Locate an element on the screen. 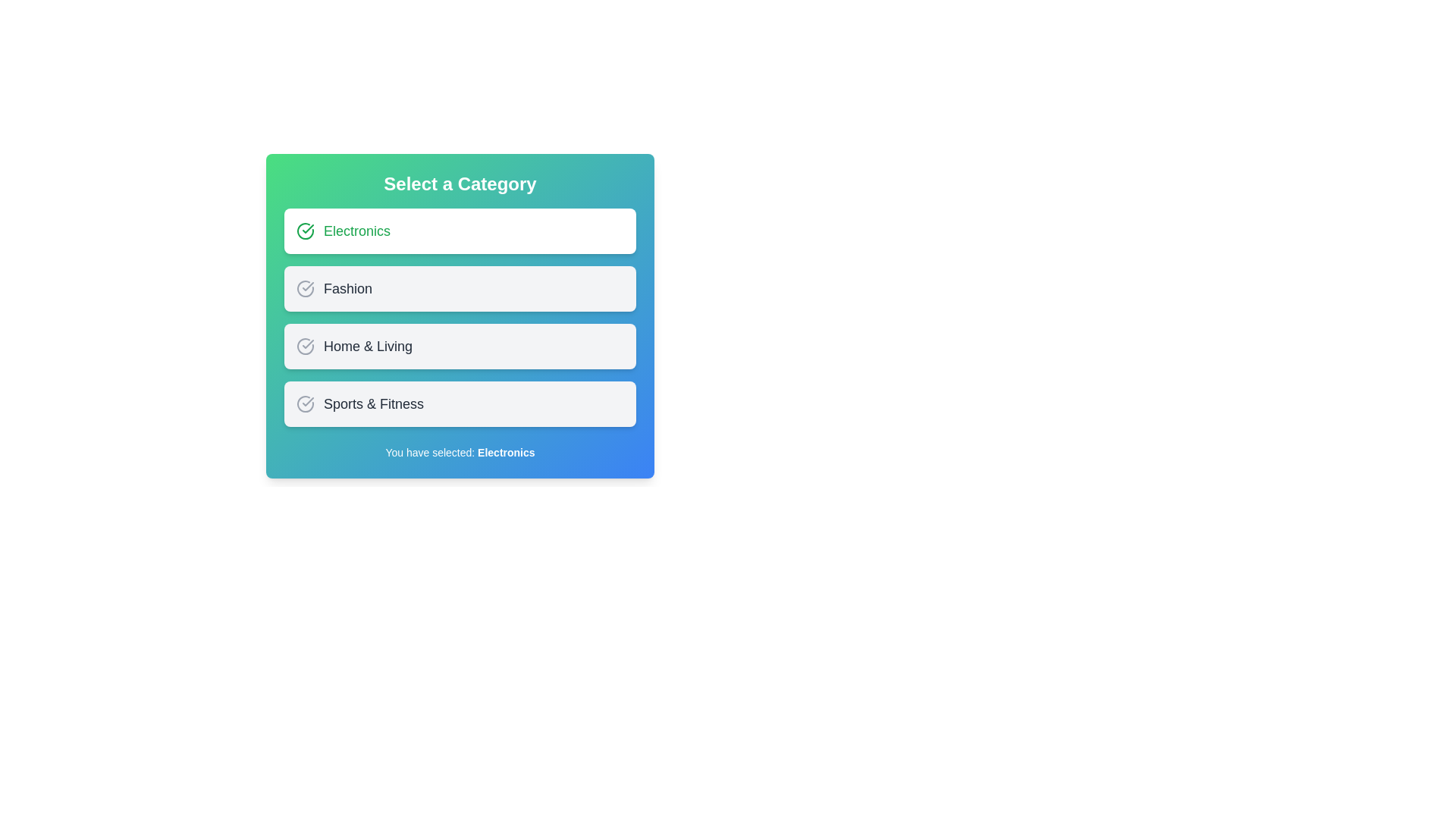  the Checkmark icon within the SVG graphic located in the upper left section of the 'Electronics' category list item is located at coordinates (307, 344).